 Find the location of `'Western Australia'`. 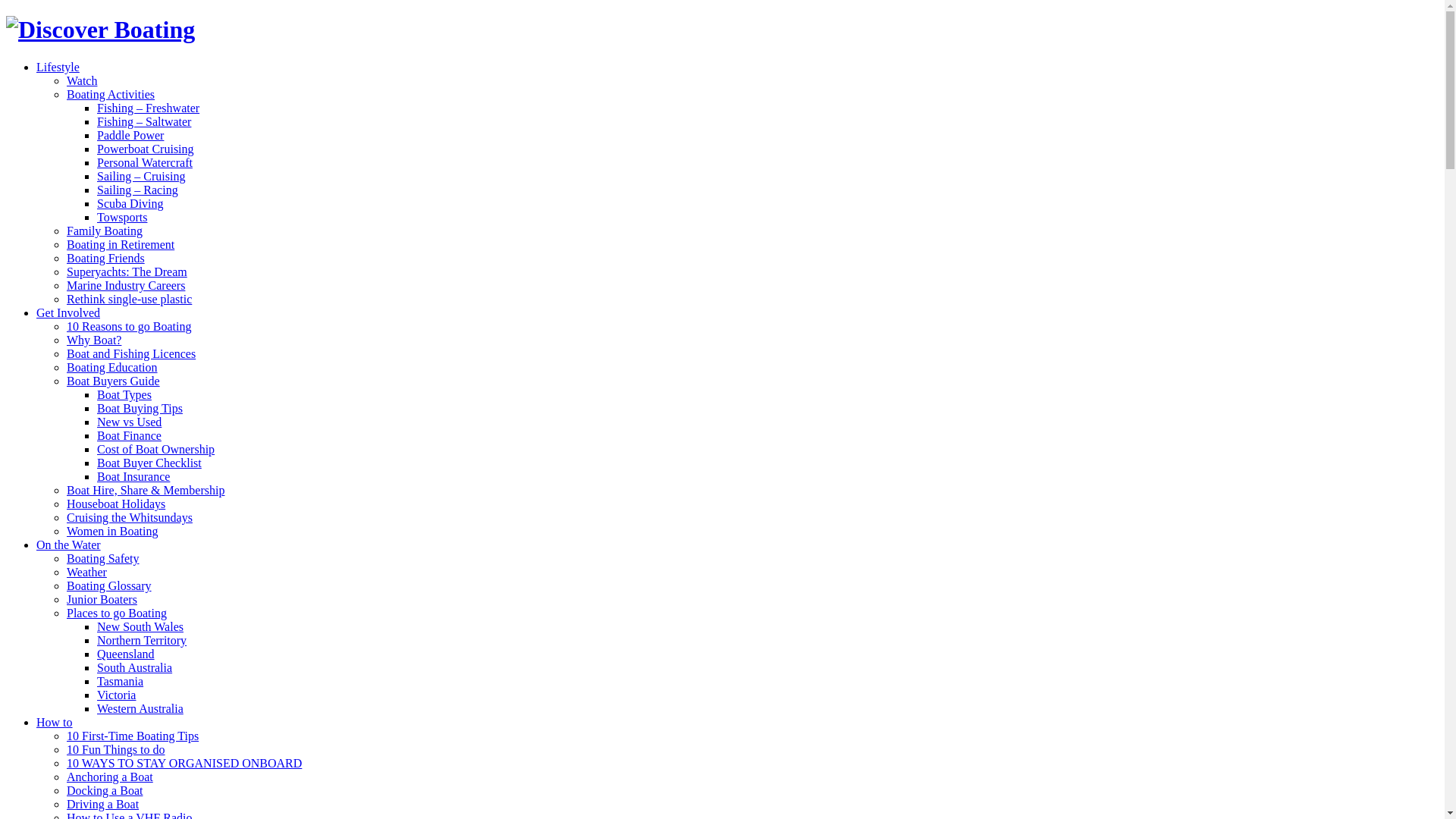

'Western Australia' is located at coordinates (140, 708).